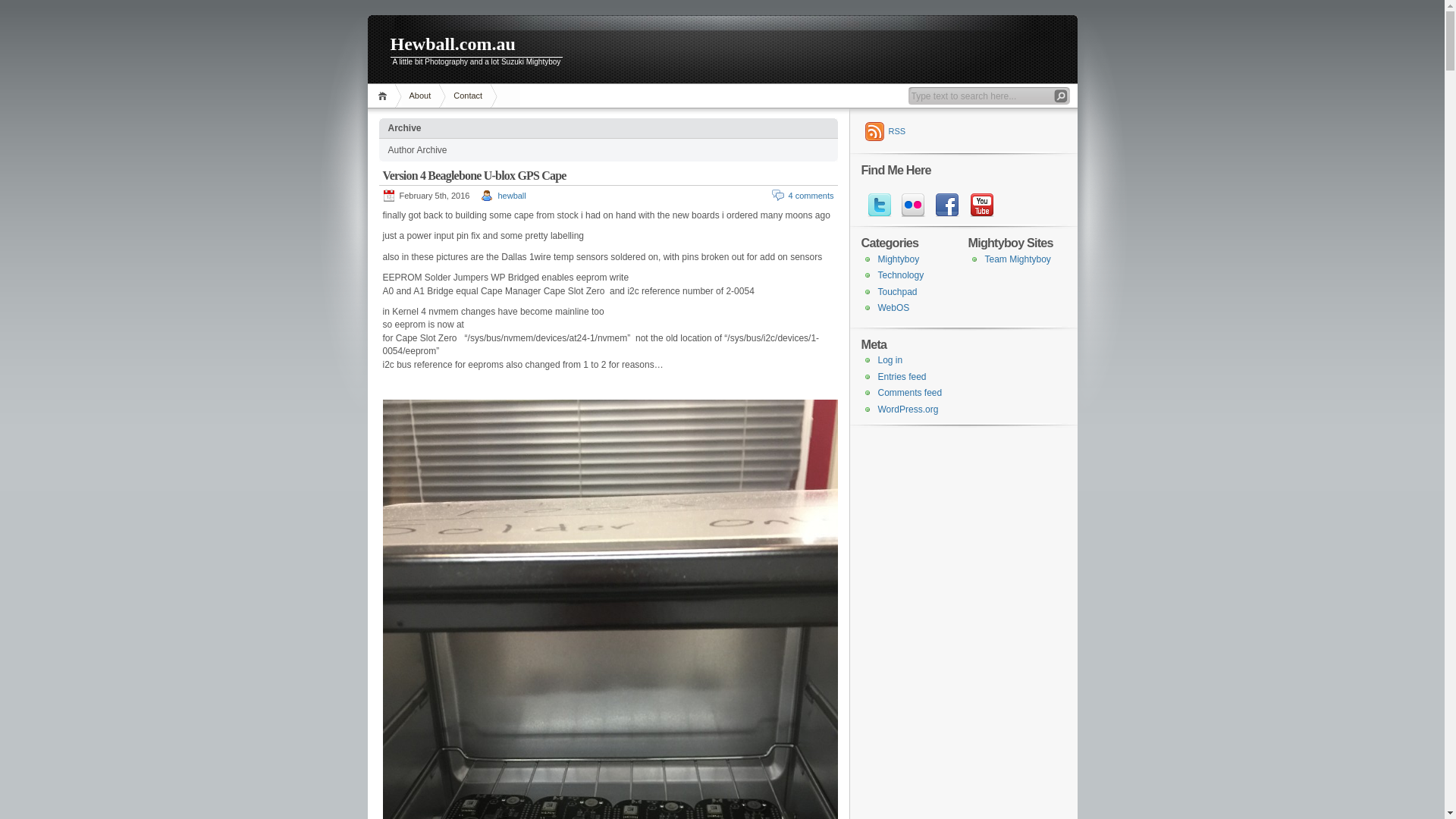  Describe the element at coordinates (885, 130) in the screenshot. I see `'RSS'` at that location.